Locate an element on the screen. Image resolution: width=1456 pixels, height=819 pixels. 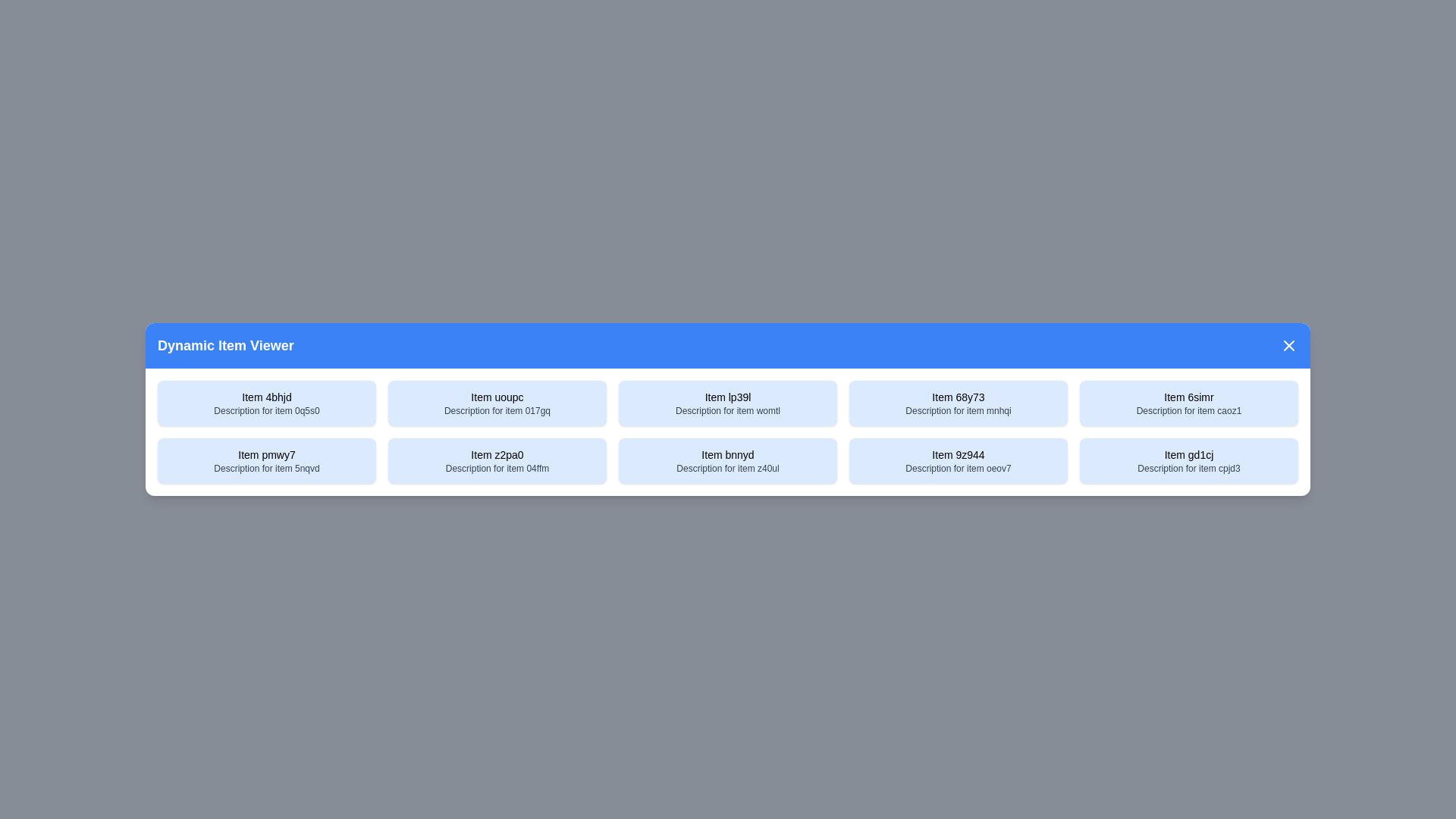
the item with title Item 9z944 to select it is located at coordinates (957, 460).